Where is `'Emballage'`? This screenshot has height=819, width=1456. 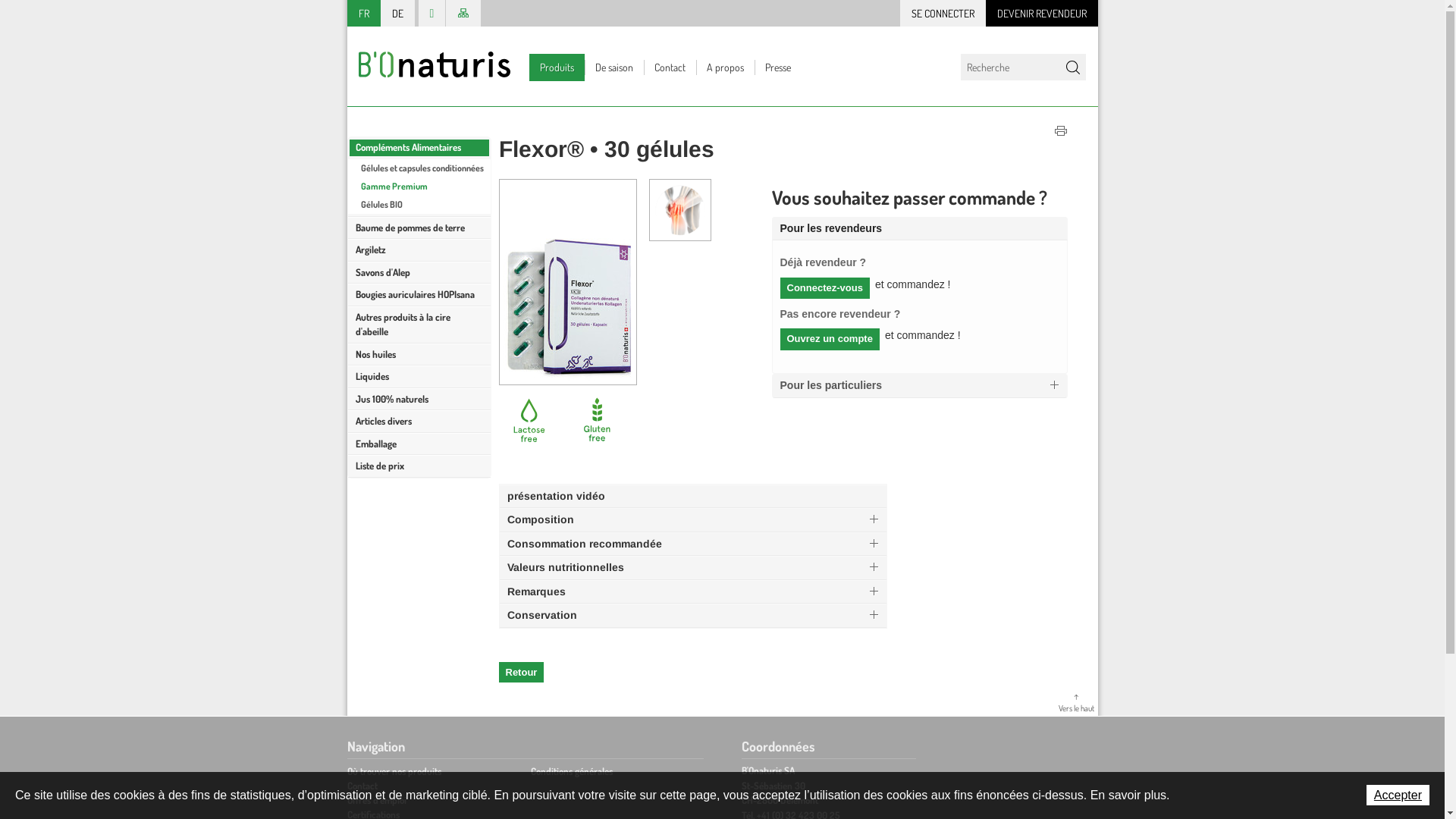 'Emballage' is located at coordinates (348, 444).